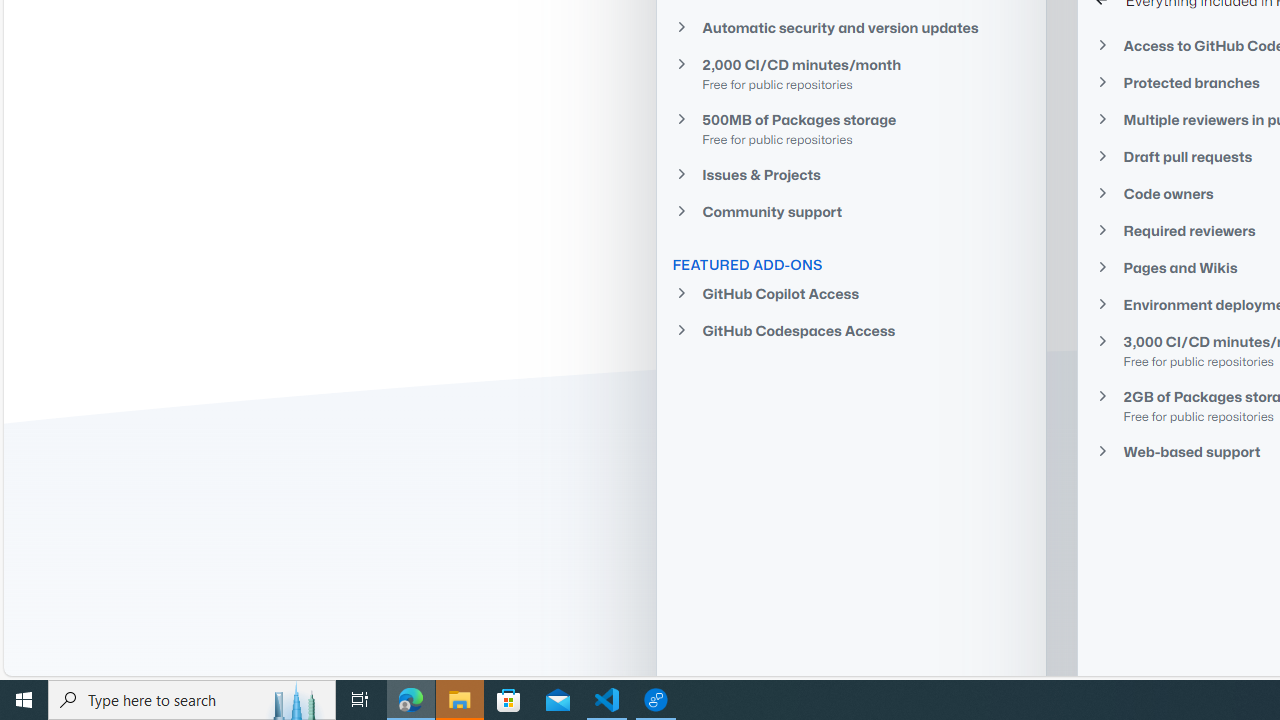  Describe the element at coordinates (851, 128) in the screenshot. I see `'500MB of Packages storage Free for public repositories'` at that location.